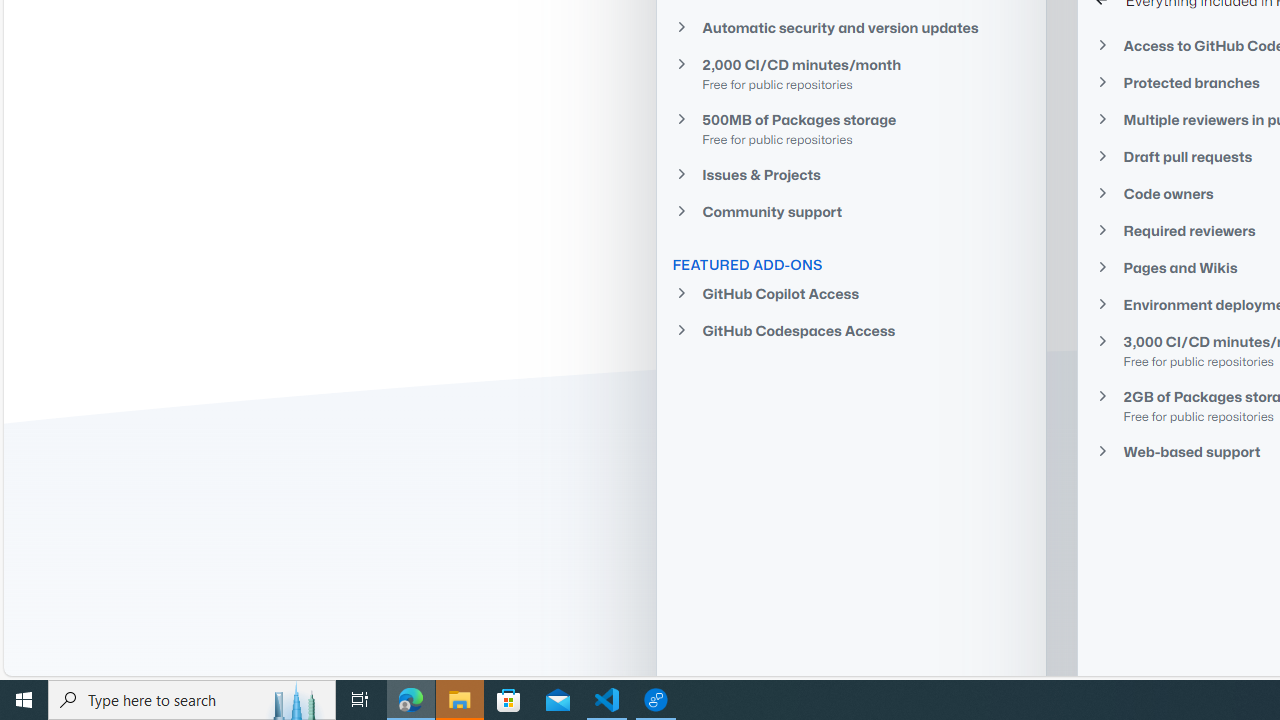  Describe the element at coordinates (851, 128) in the screenshot. I see `'500MB of Packages storage Free for public repositories'` at that location.